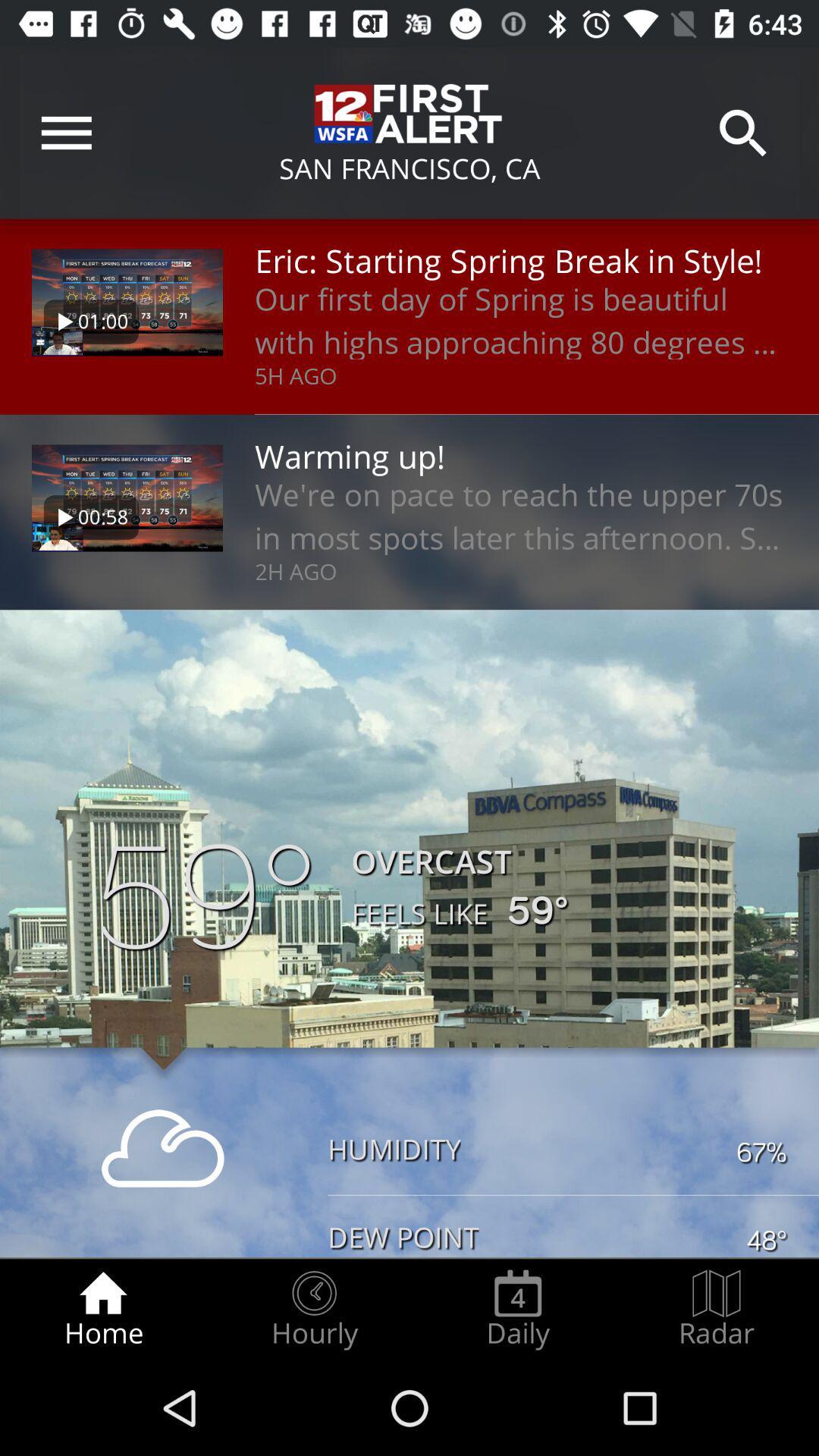 The width and height of the screenshot is (819, 1456). Describe the element at coordinates (517, 1309) in the screenshot. I see `the icon next to radar` at that location.